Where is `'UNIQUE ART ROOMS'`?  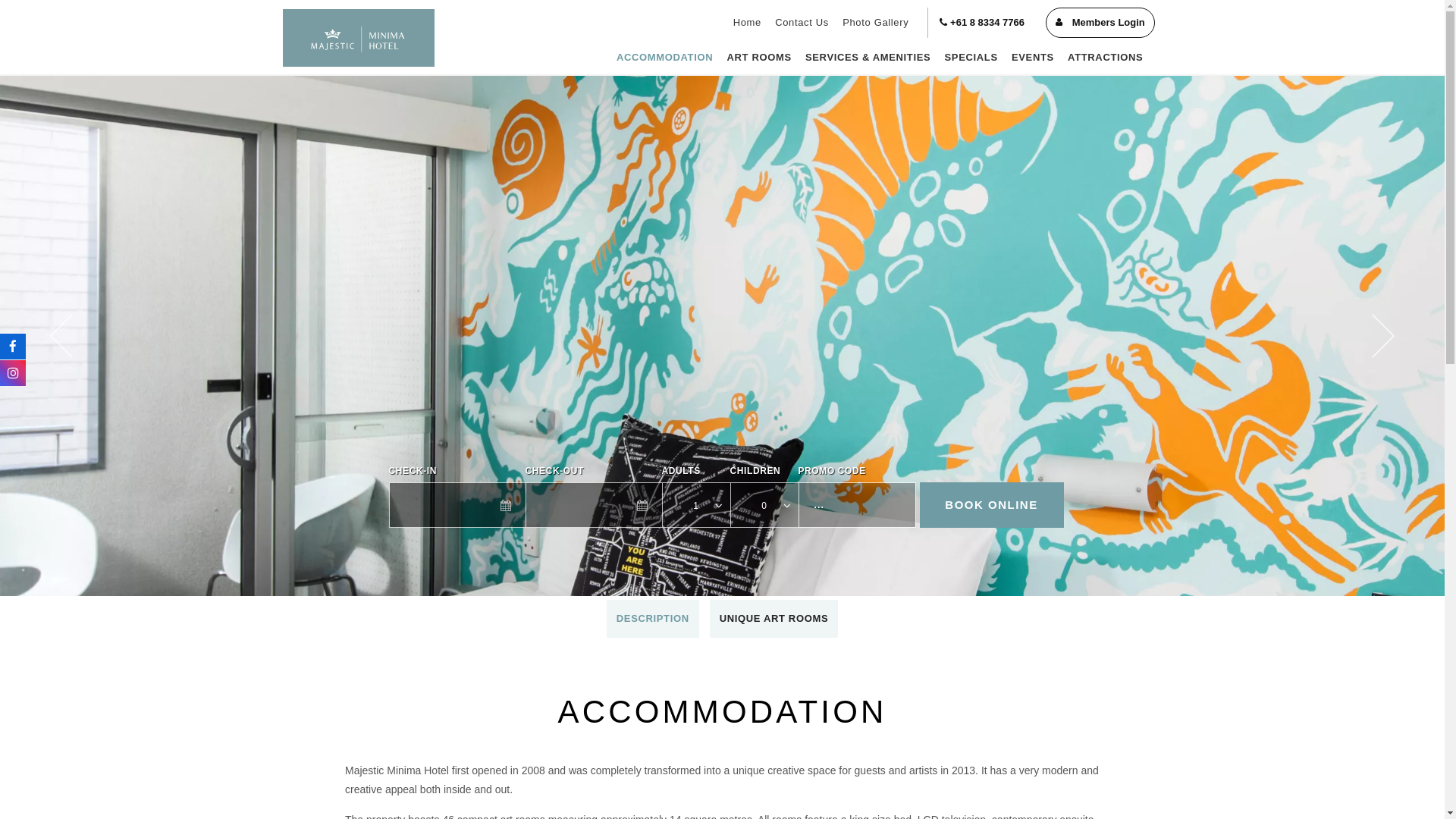 'UNIQUE ART ROOMS' is located at coordinates (709, 619).